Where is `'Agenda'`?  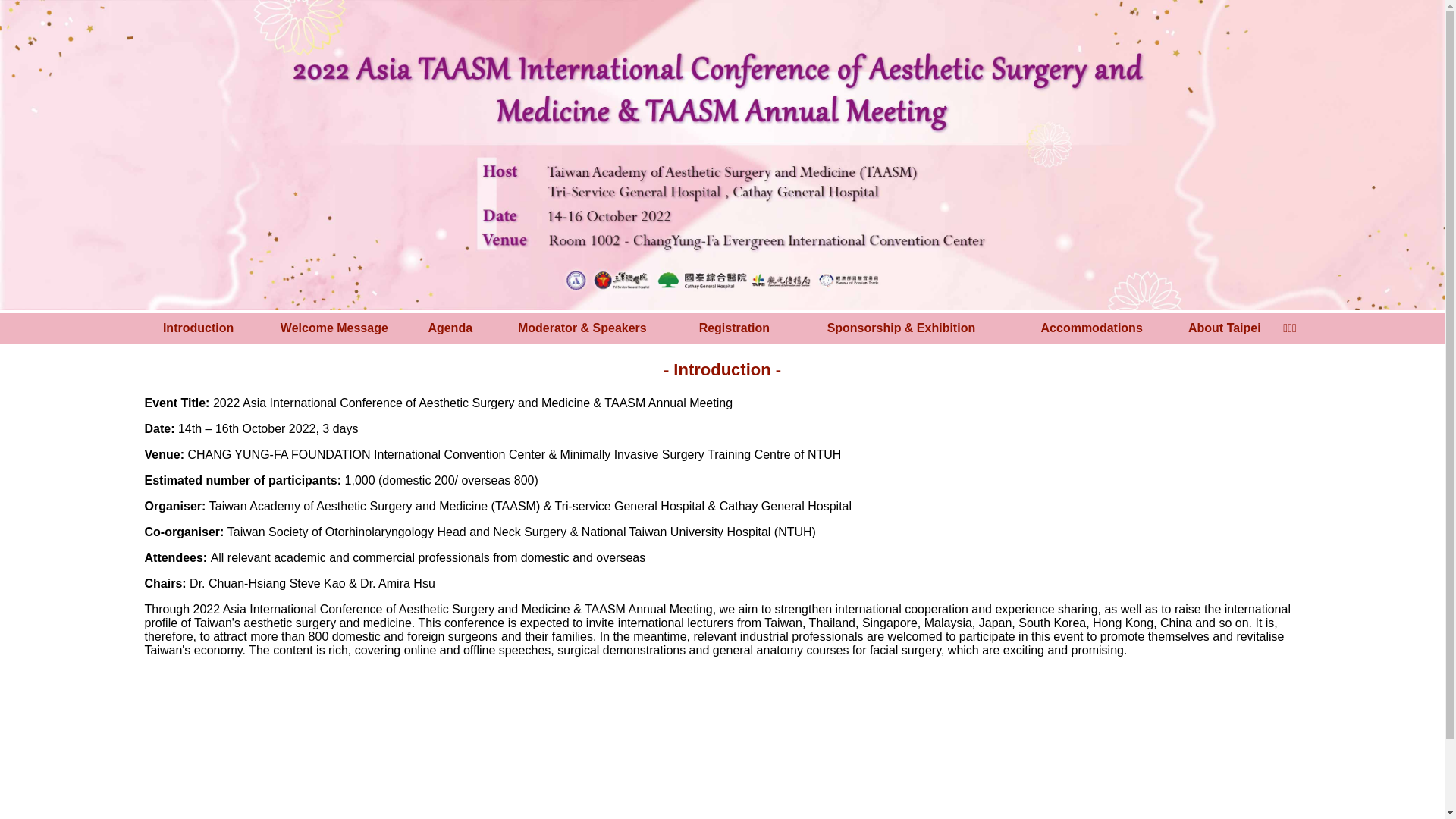 'Agenda' is located at coordinates (449, 327).